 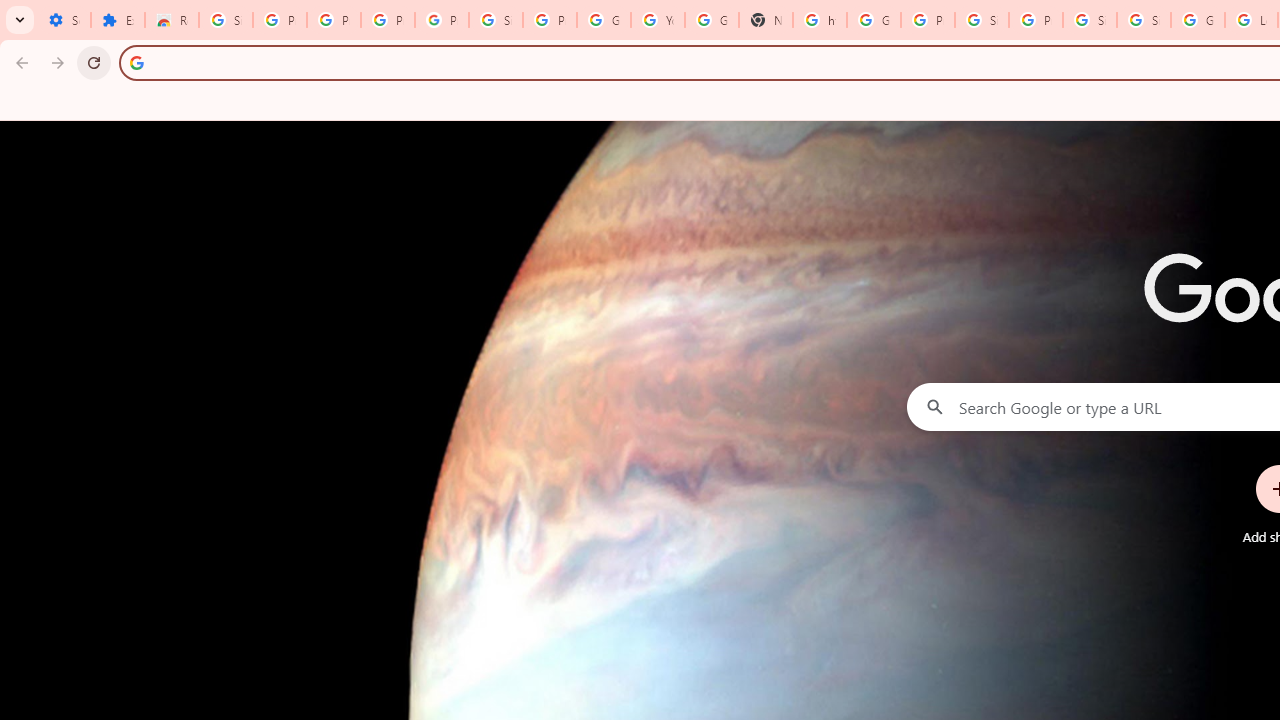 I want to click on 'Google Account', so click(x=603, y=20).